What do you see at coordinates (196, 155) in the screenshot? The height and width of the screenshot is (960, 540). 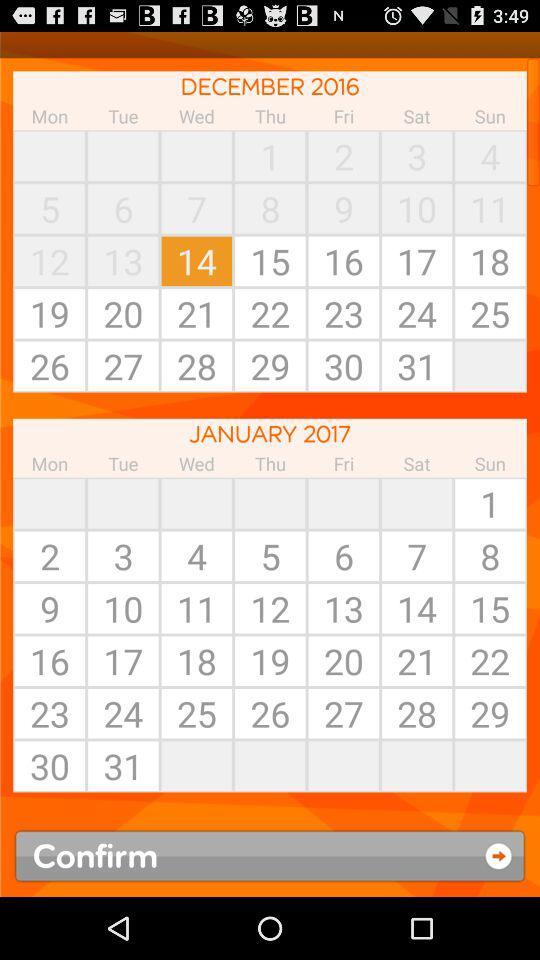 I see `the app next to the thu icon` at bounding box center [196, 155].